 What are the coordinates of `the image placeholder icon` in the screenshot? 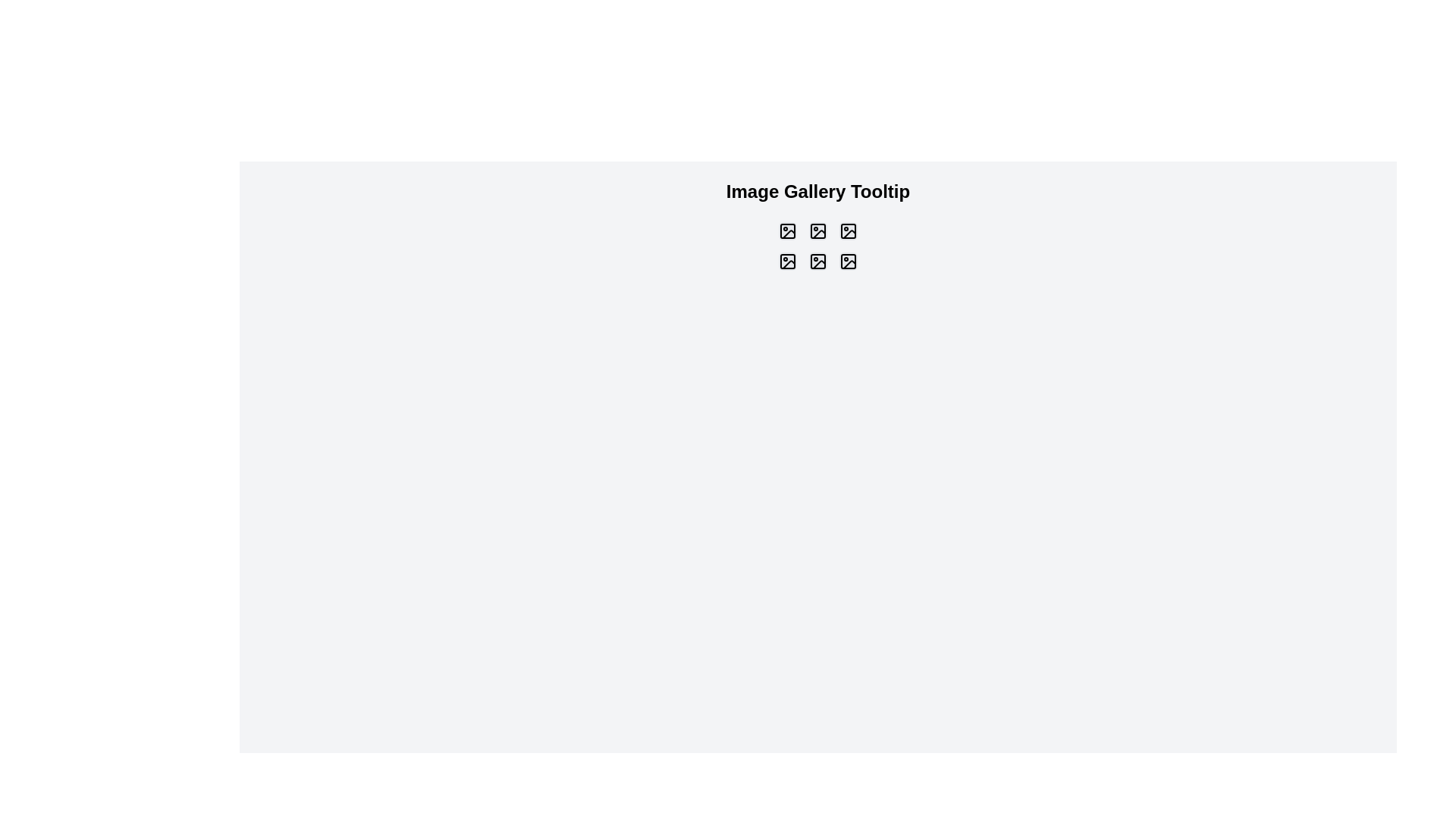 It's located at (817, 231).